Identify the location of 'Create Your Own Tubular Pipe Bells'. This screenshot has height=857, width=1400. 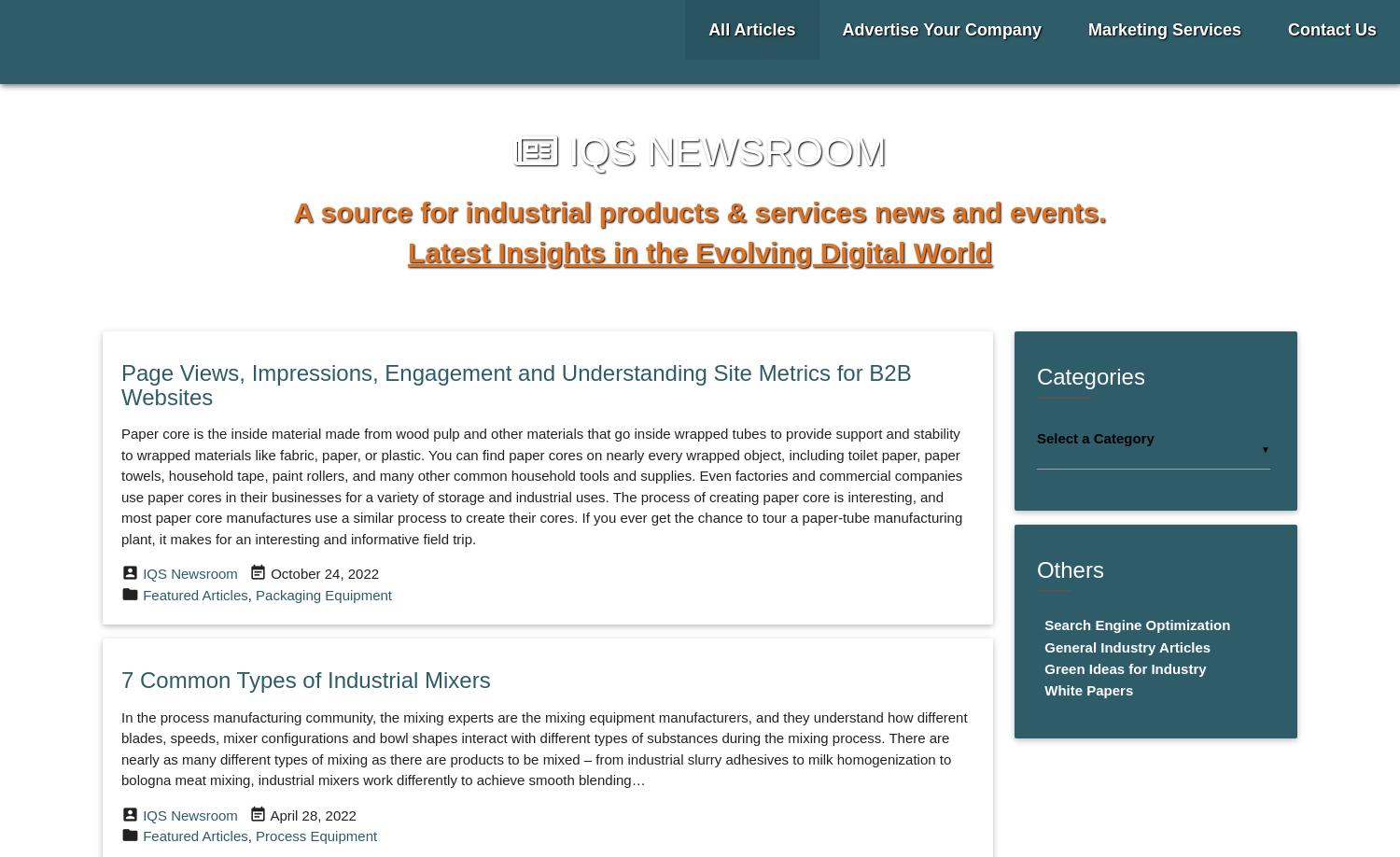
(299, 355).